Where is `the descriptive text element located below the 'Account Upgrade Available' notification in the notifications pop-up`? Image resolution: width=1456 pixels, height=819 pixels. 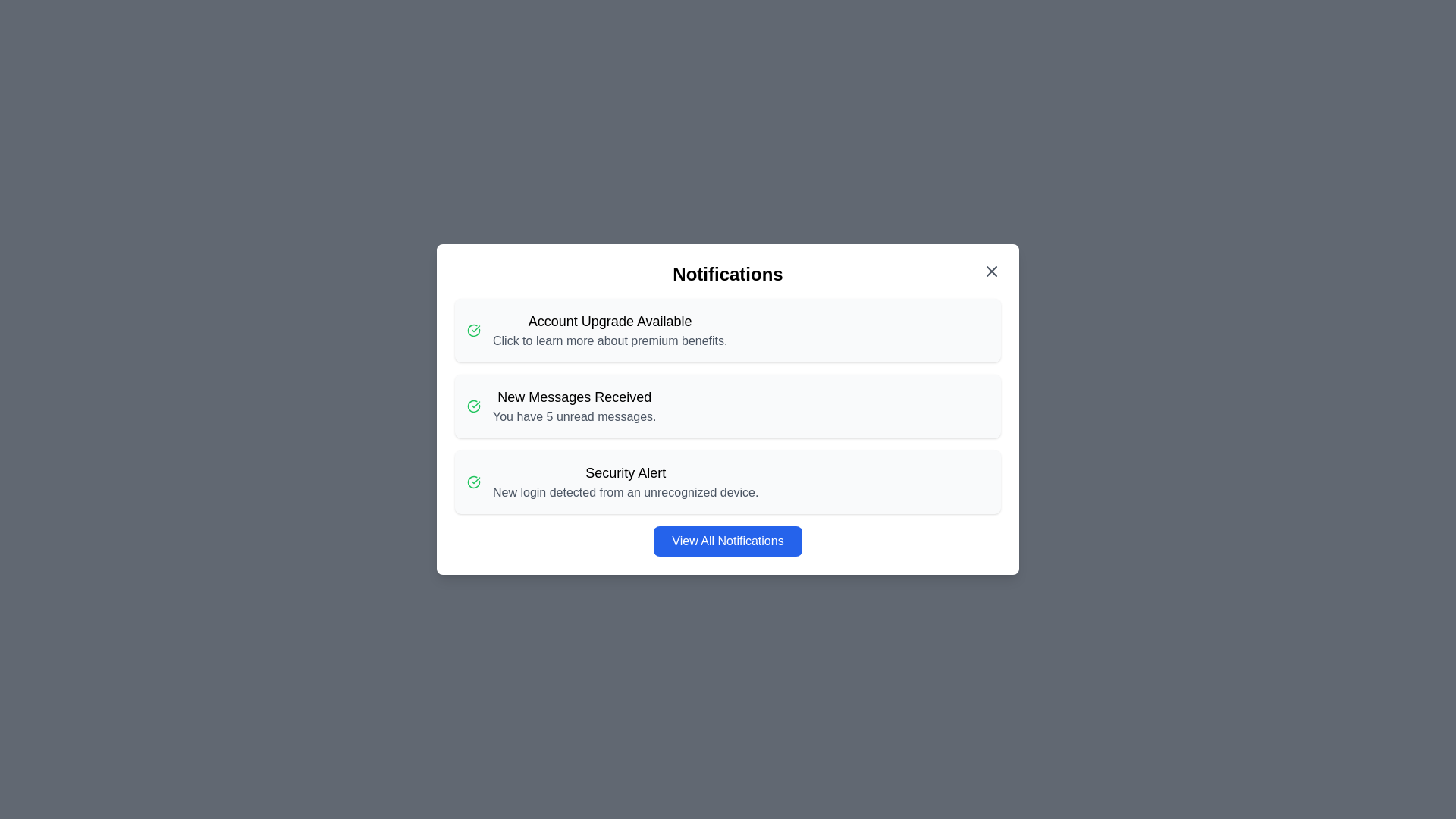 the descriptive text element located below the 'Account Upgrade Available' notification in the notifications pop-up is located at coordinates (610, 341).